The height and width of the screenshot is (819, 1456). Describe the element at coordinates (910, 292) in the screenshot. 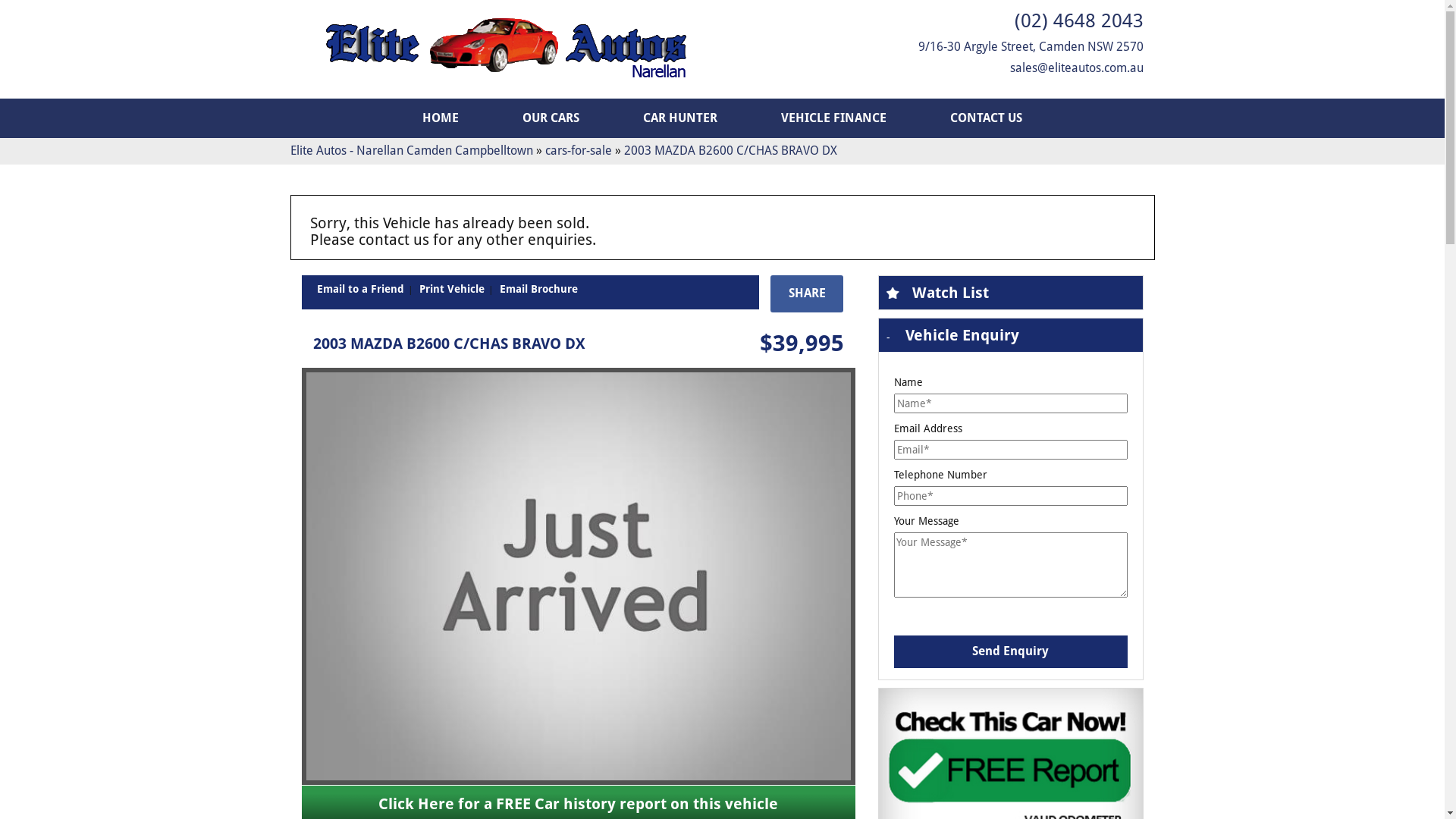

I see `'Watch List'` at that location.